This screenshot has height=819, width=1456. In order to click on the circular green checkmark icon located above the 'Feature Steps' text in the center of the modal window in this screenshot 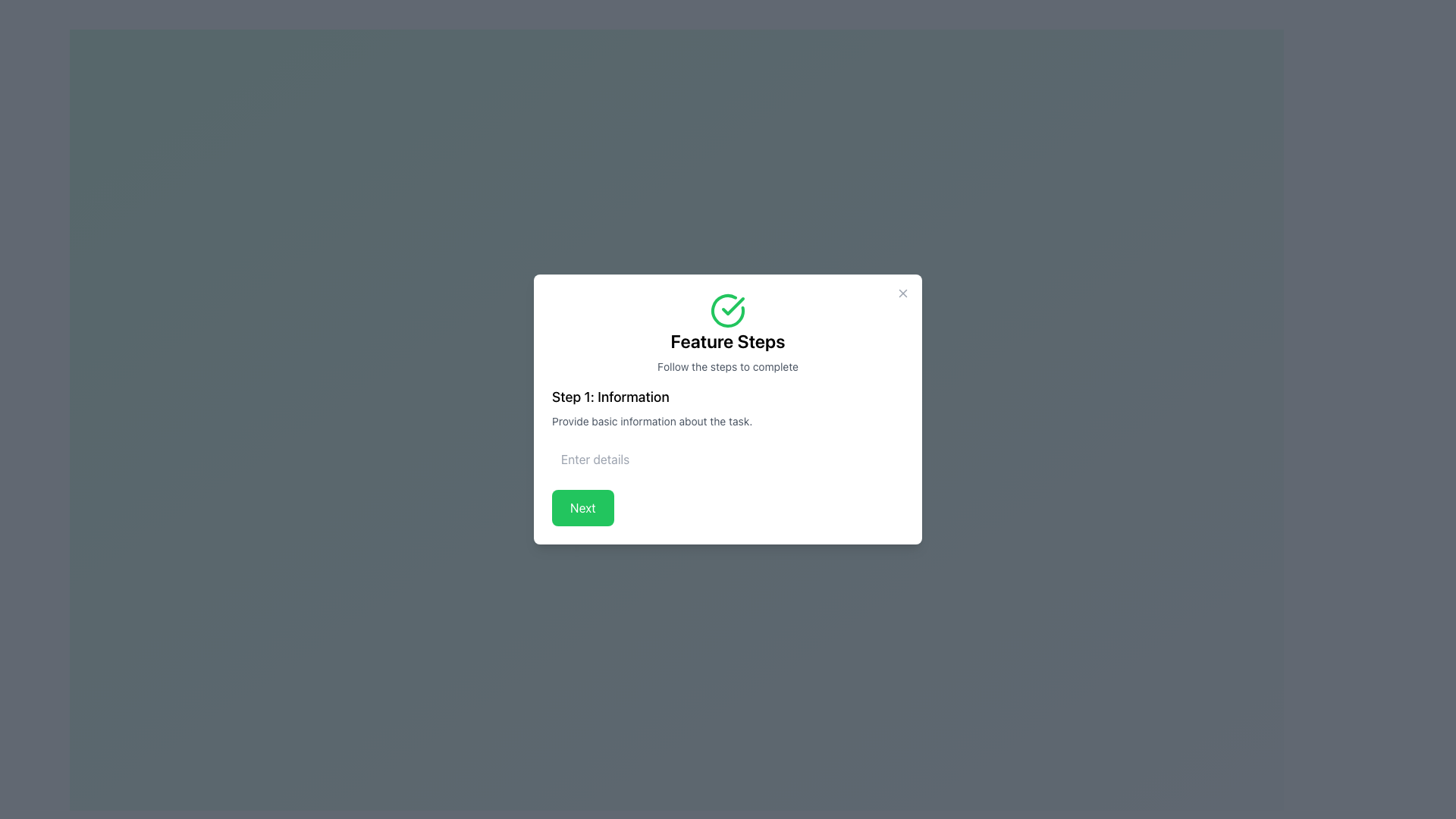, I will do `click(728, 309)`.